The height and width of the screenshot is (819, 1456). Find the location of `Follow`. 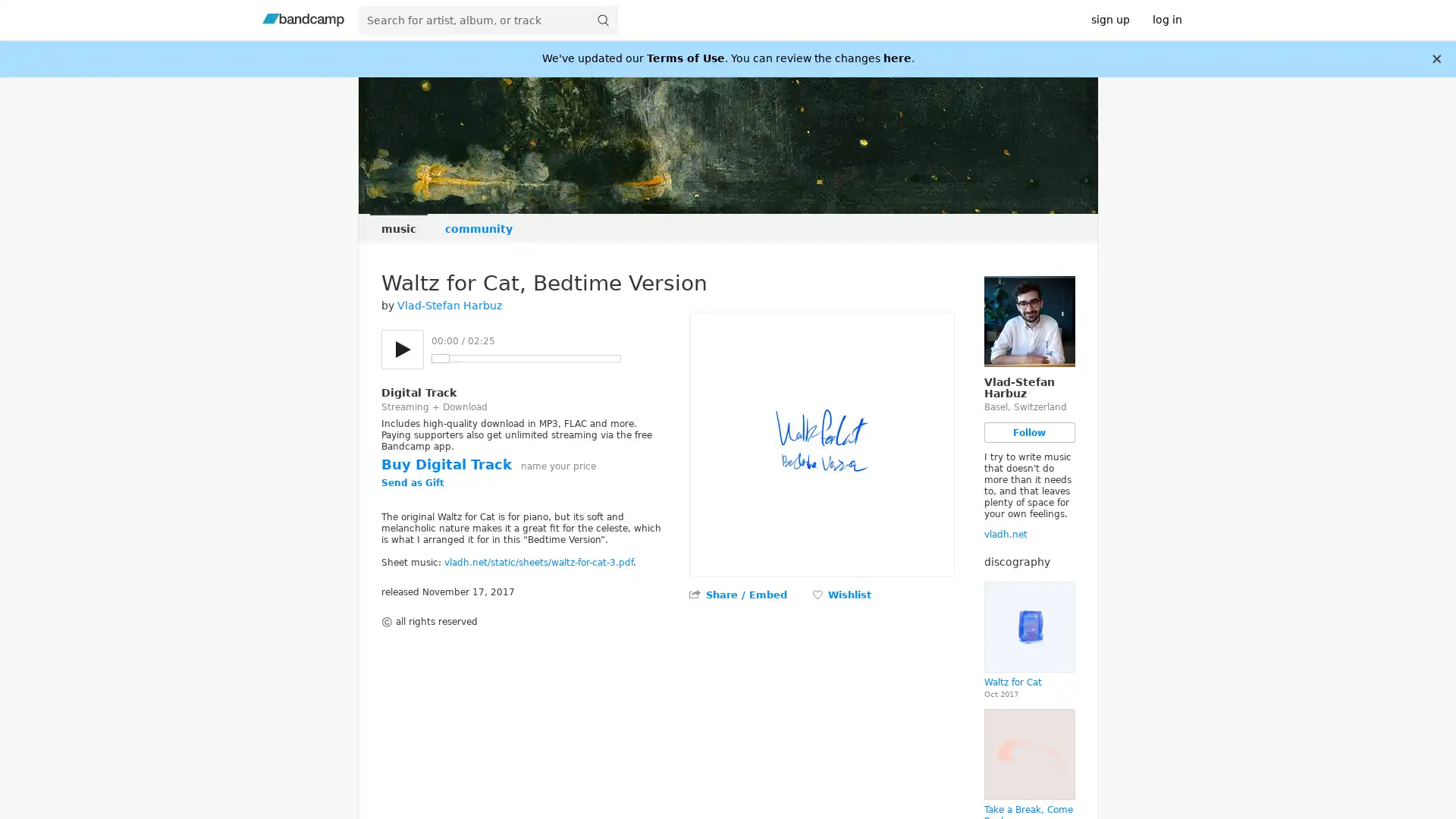

Follow is located at coordinates (1029, 432).